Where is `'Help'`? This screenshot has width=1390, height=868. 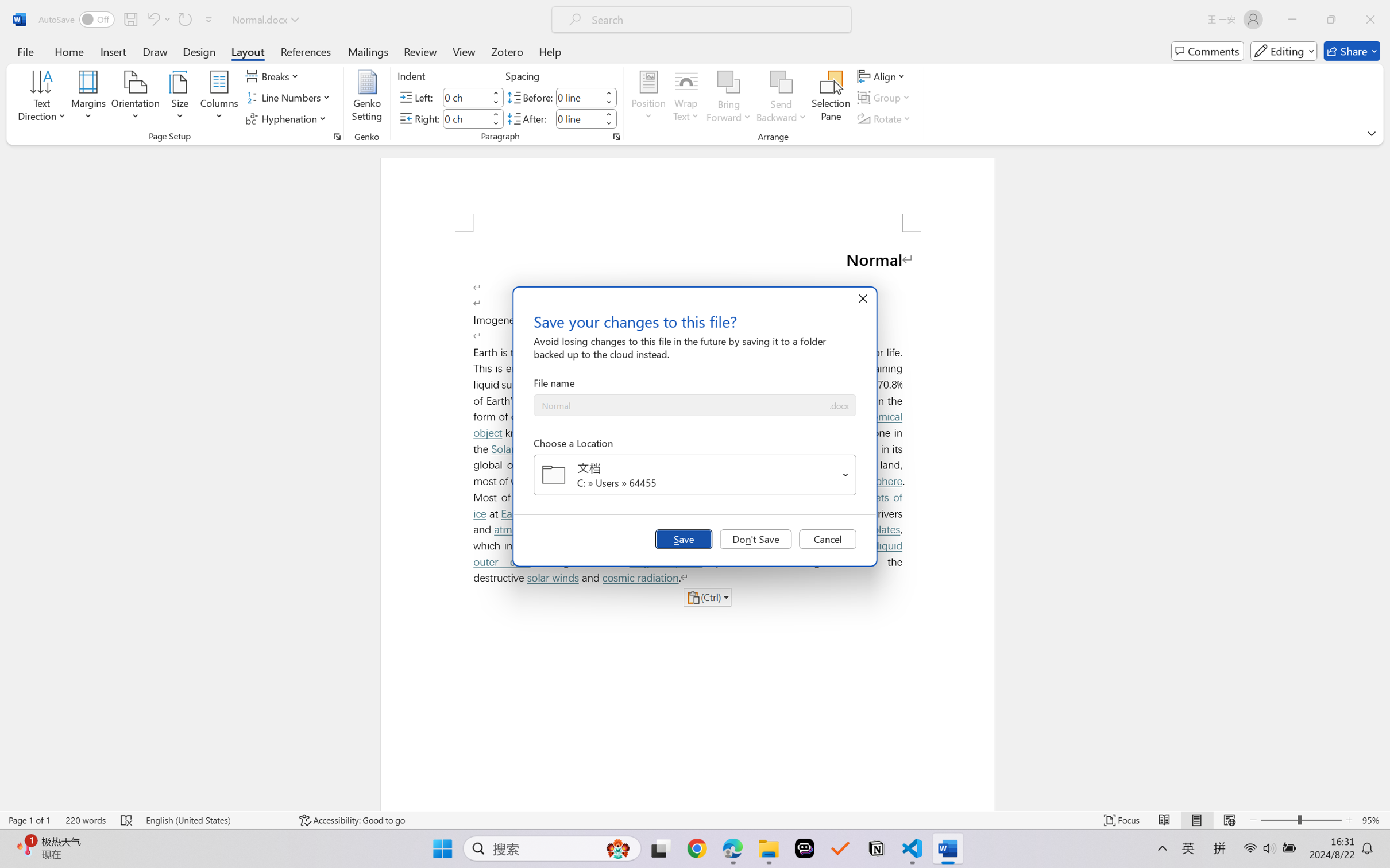
'Help' is located at coordinates (549, 51).